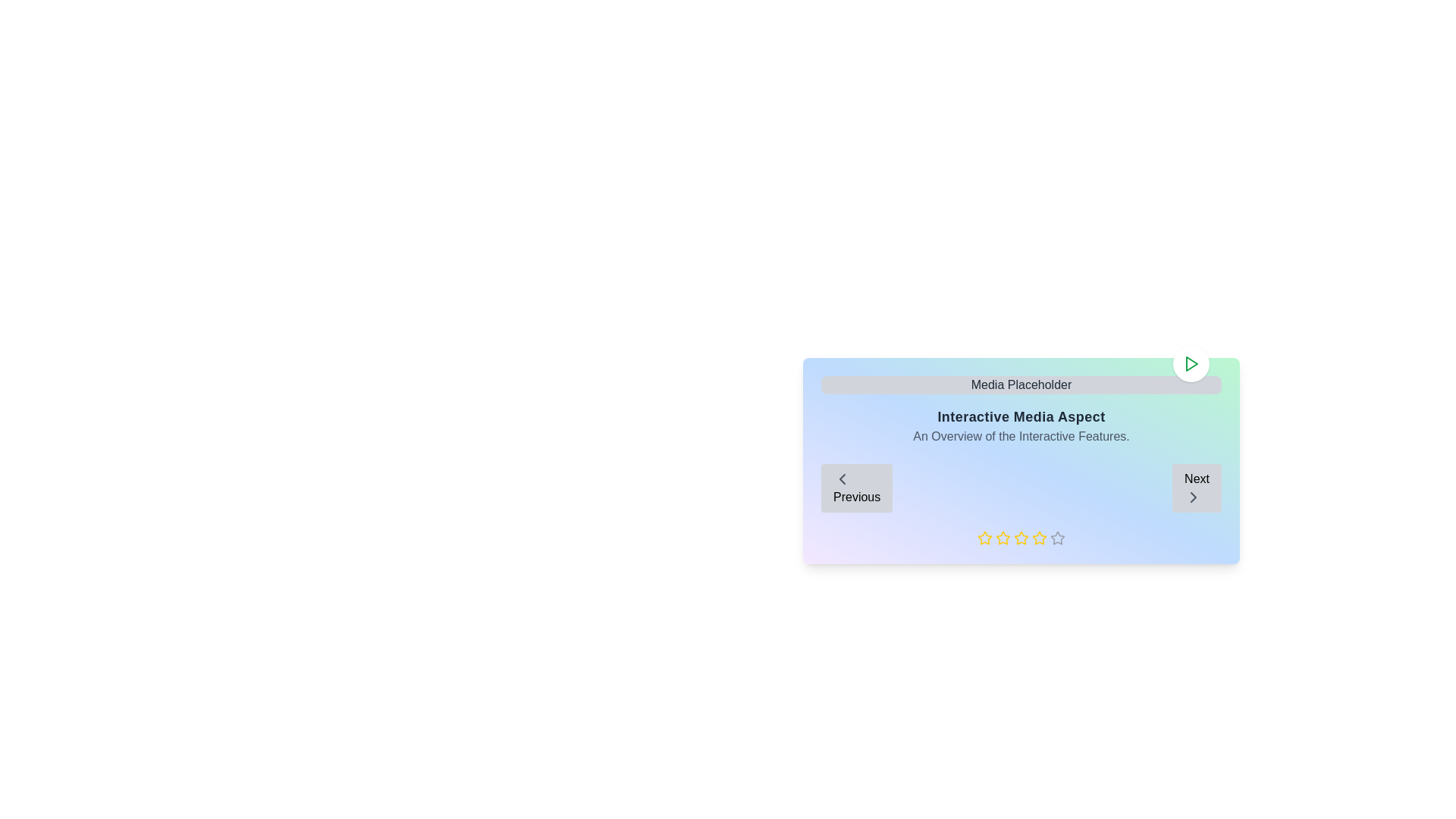  What do you see at coordinates (1021, 384) in the screenshot?
I see `the Placeholder component that serves as a visual cue for media content, located above the 'Interactive Media Aspect' header` at bounding box center [1021, 384].